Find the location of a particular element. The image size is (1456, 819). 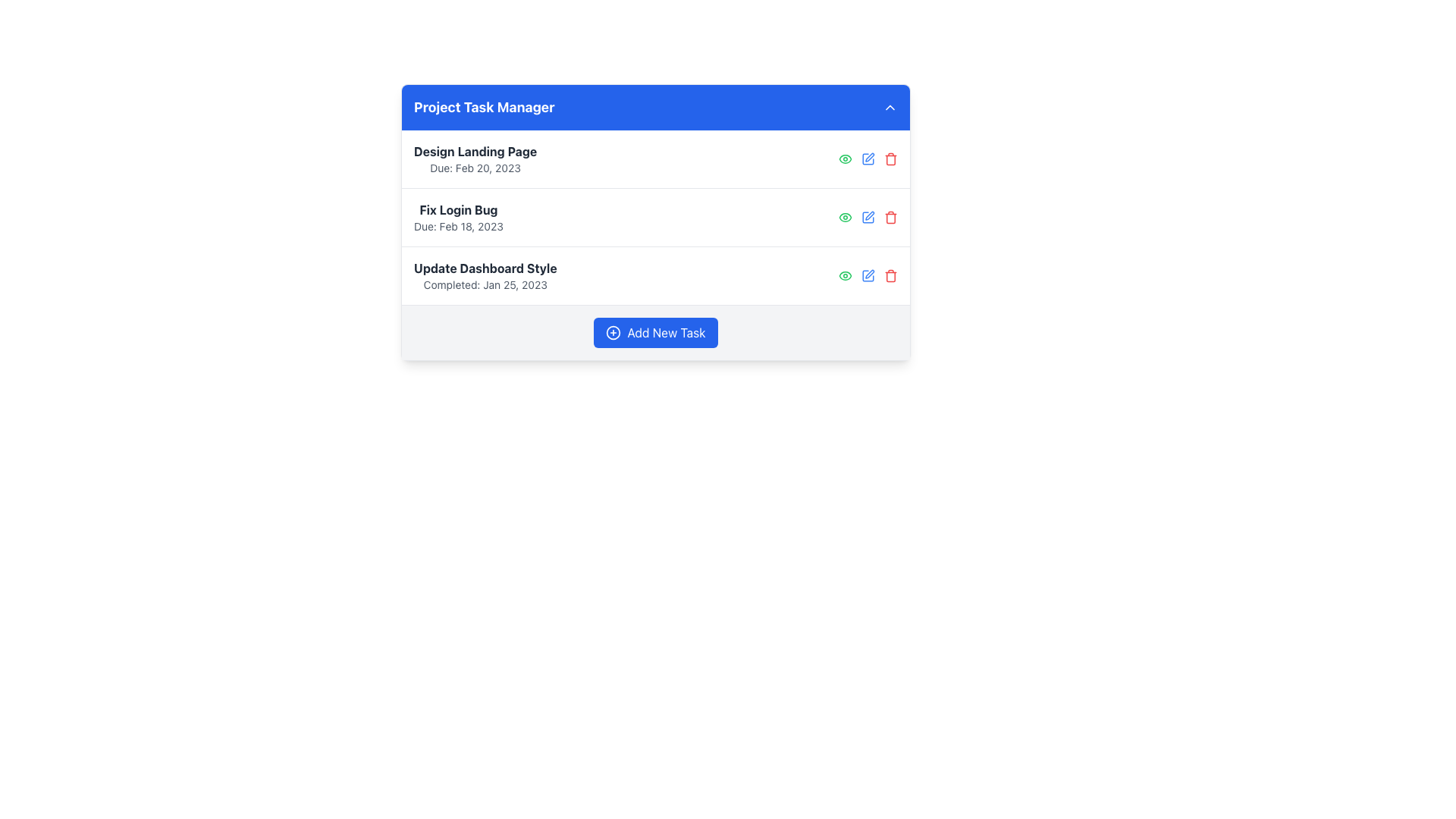

the 'Add Task' button located at the bottom of the task management interface is located at coordinates (655, 331).